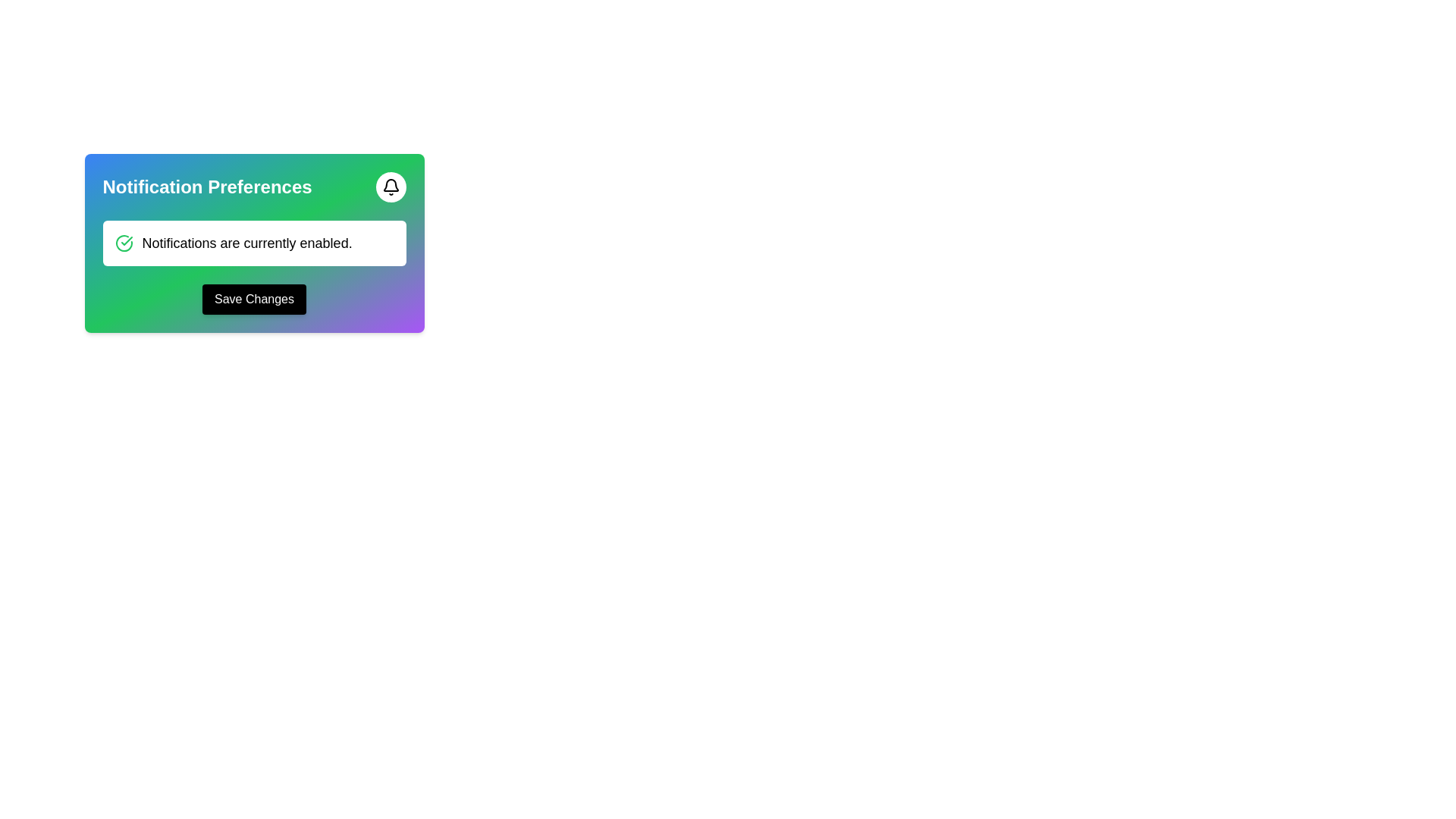 This screenshot has width=1456, height=819. Describe the element at coordinates (391, 186) in the screenshot. I see `the button located on the top right of the 'Notification Preferences' section, adjacent to the text heading 'Notification Preferences' to interact with it` at that location.